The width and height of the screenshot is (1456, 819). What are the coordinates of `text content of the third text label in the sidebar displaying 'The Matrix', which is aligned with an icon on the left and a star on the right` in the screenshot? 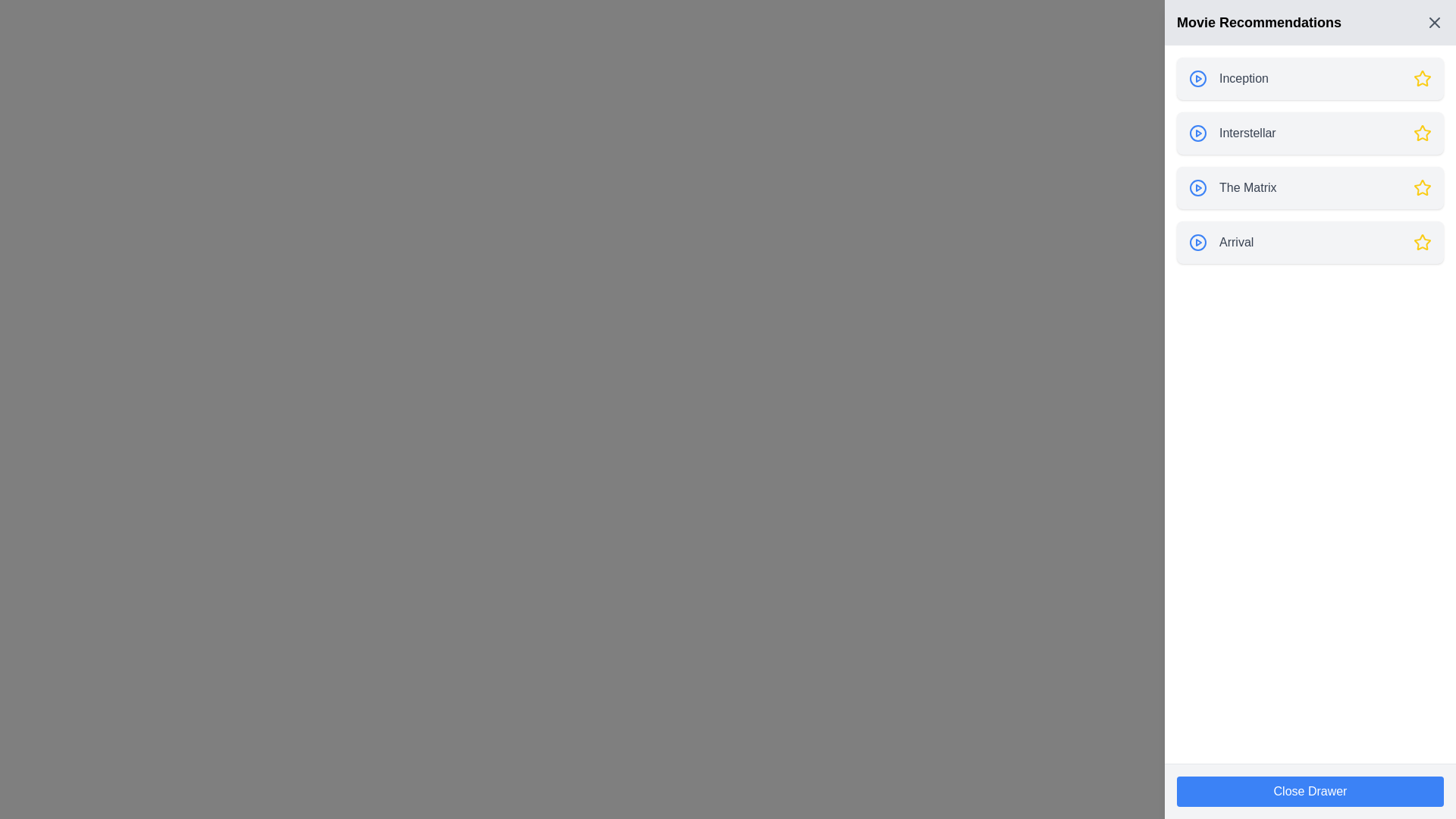 It's located at (1247, 187).